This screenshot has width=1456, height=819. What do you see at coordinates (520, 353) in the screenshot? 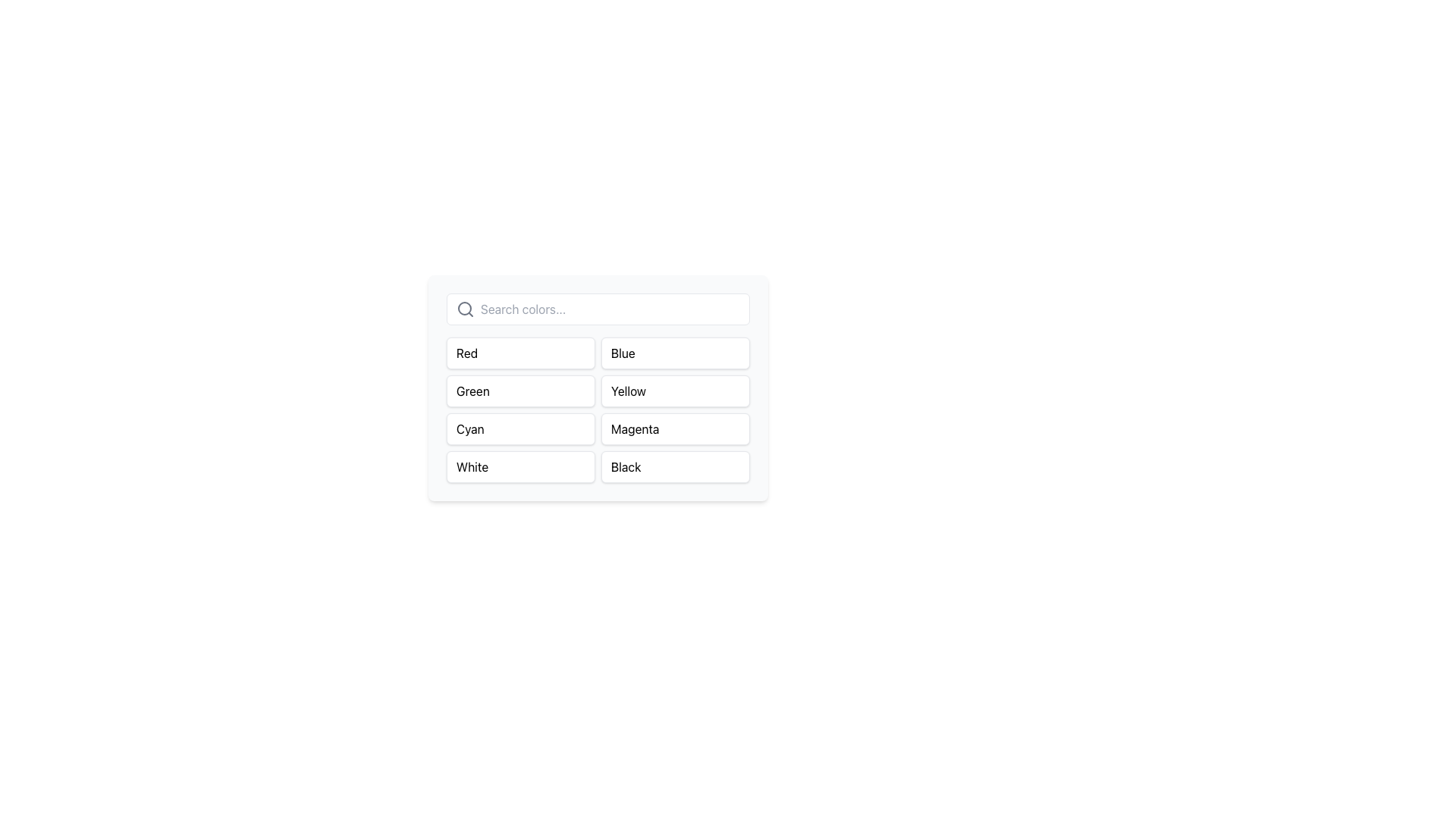
I see `the interactive button representing the color Red, located in the first row and first column of the grid layout` at bounding box center [520, 353].